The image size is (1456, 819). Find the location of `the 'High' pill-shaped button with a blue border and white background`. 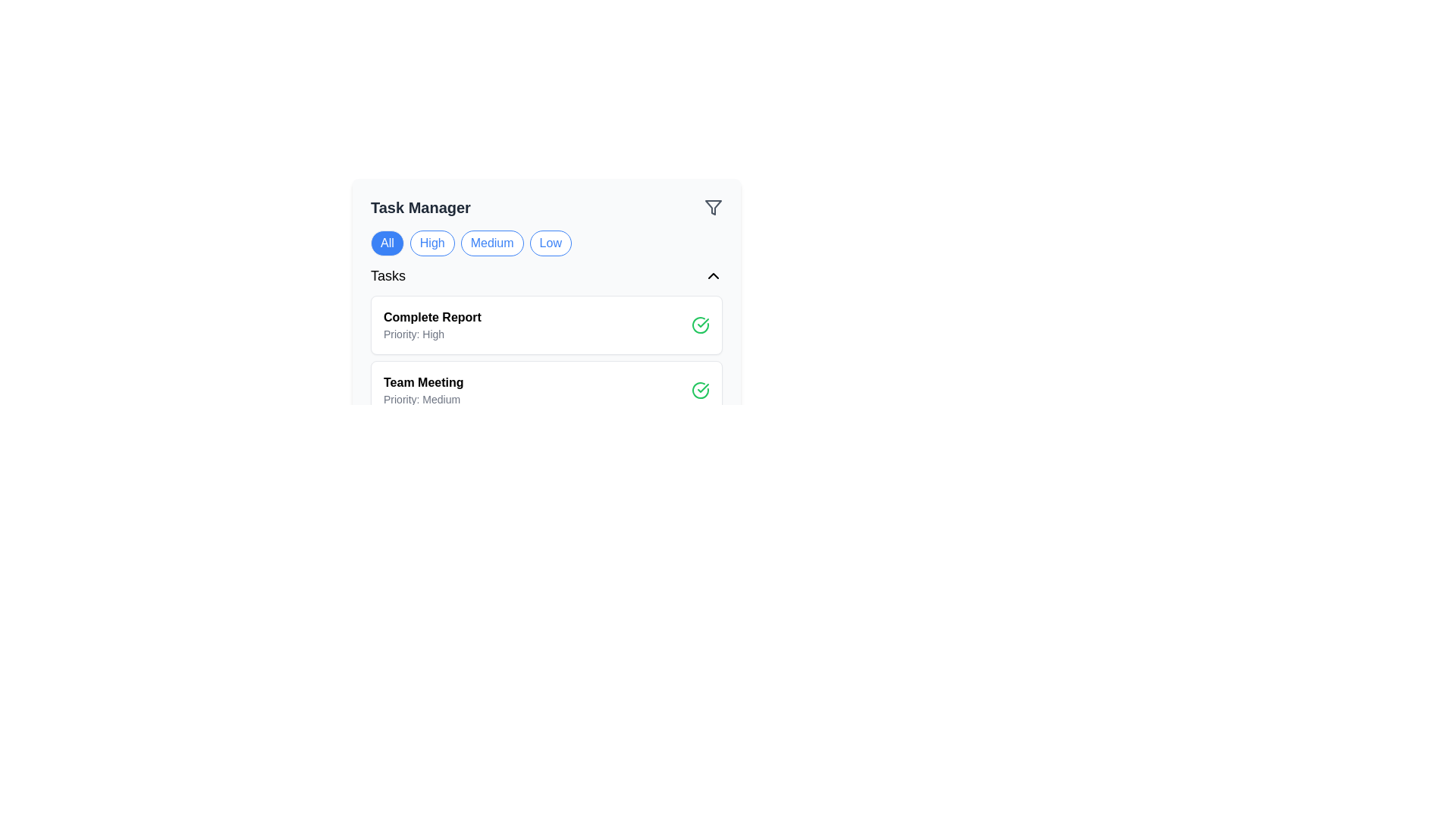

the 'High' pill-shaped button with a blue border and white background is located at coordinates (431, 242).